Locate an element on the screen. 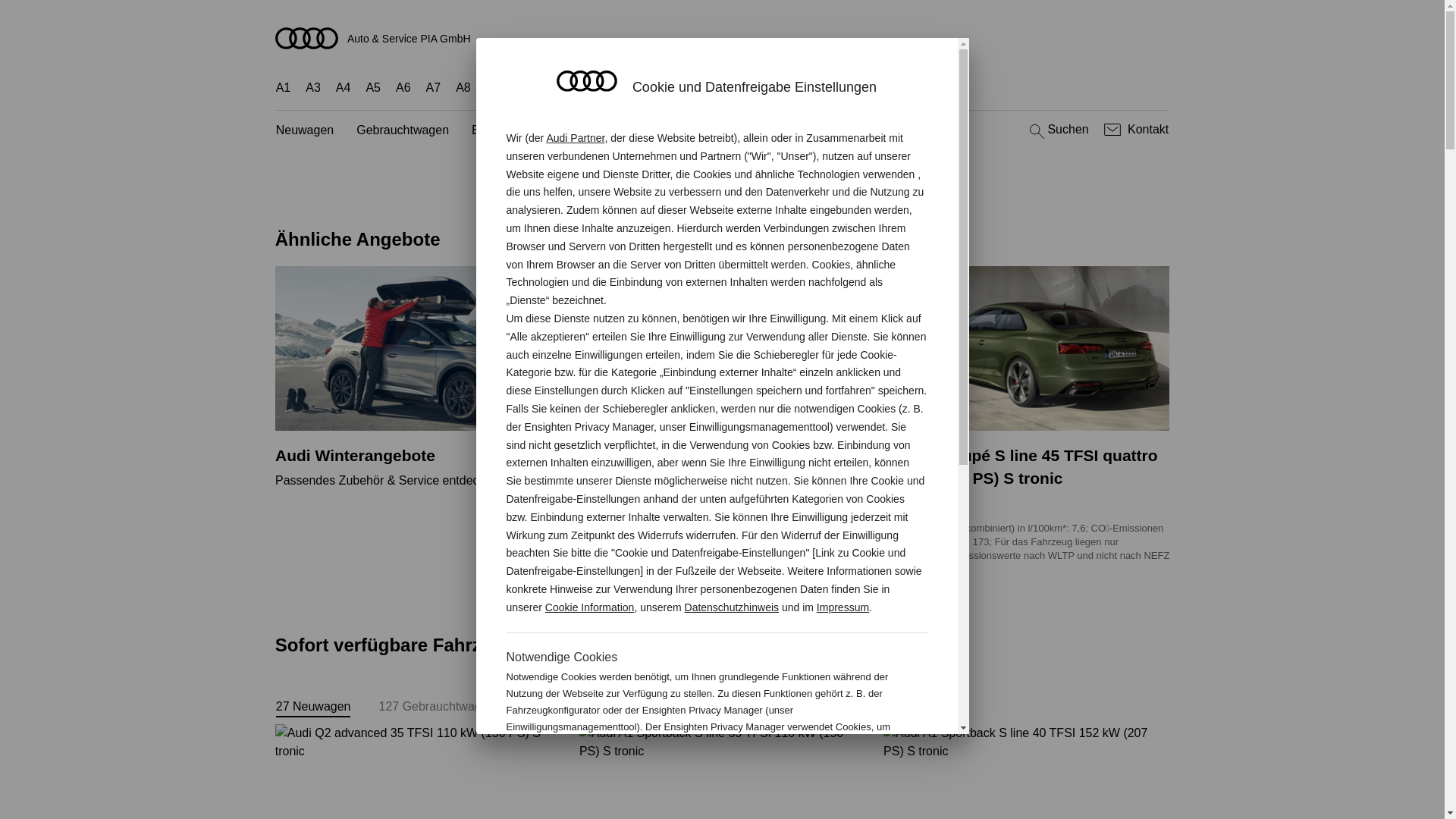 This screenshot has height=819, width=1456. 'Cookie Information' is located at coordinates (588, 607).